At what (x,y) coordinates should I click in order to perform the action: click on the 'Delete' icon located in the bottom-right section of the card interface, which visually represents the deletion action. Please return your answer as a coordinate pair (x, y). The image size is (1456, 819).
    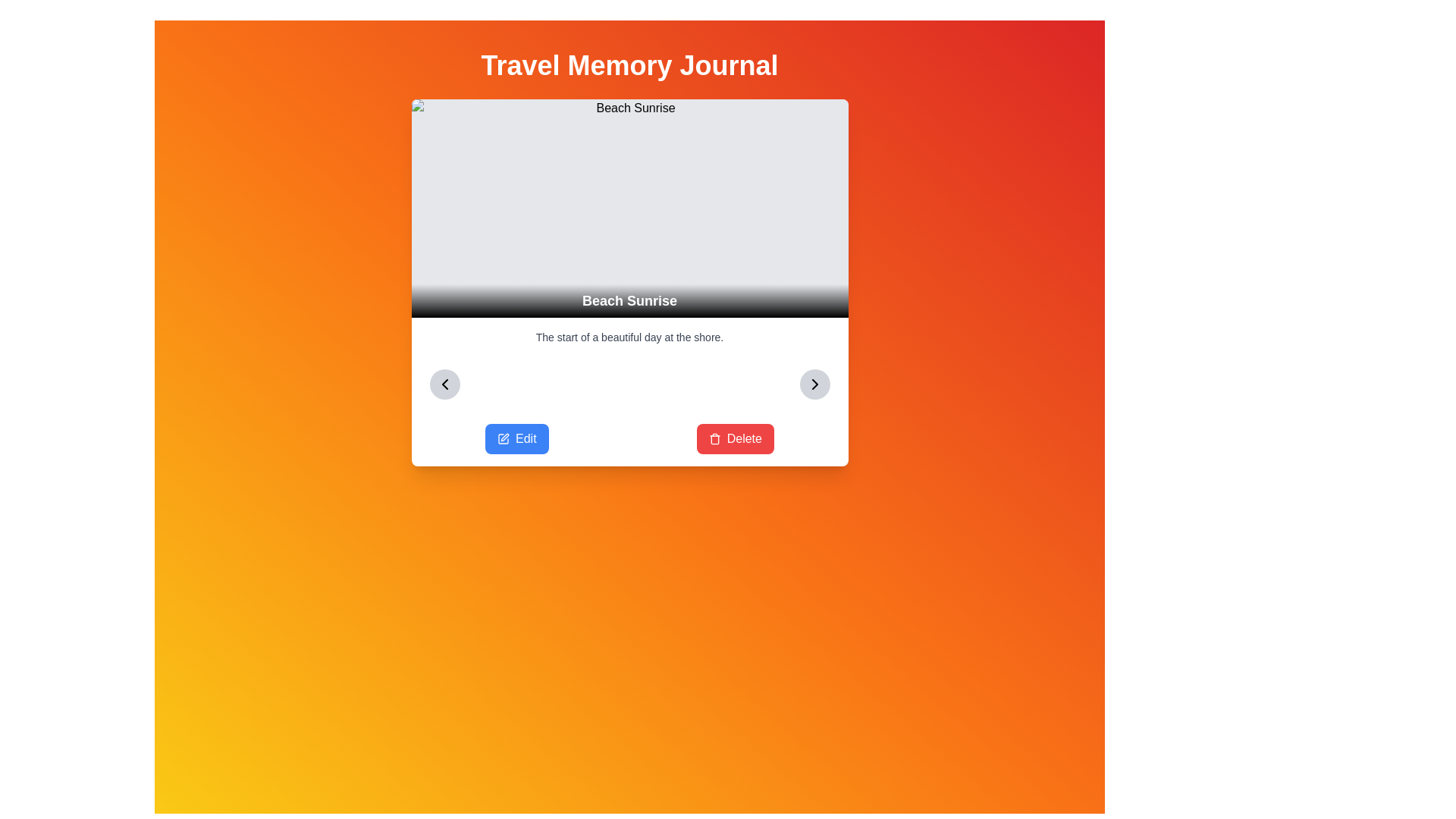
    Looking at the image, I should click on (714, 438).